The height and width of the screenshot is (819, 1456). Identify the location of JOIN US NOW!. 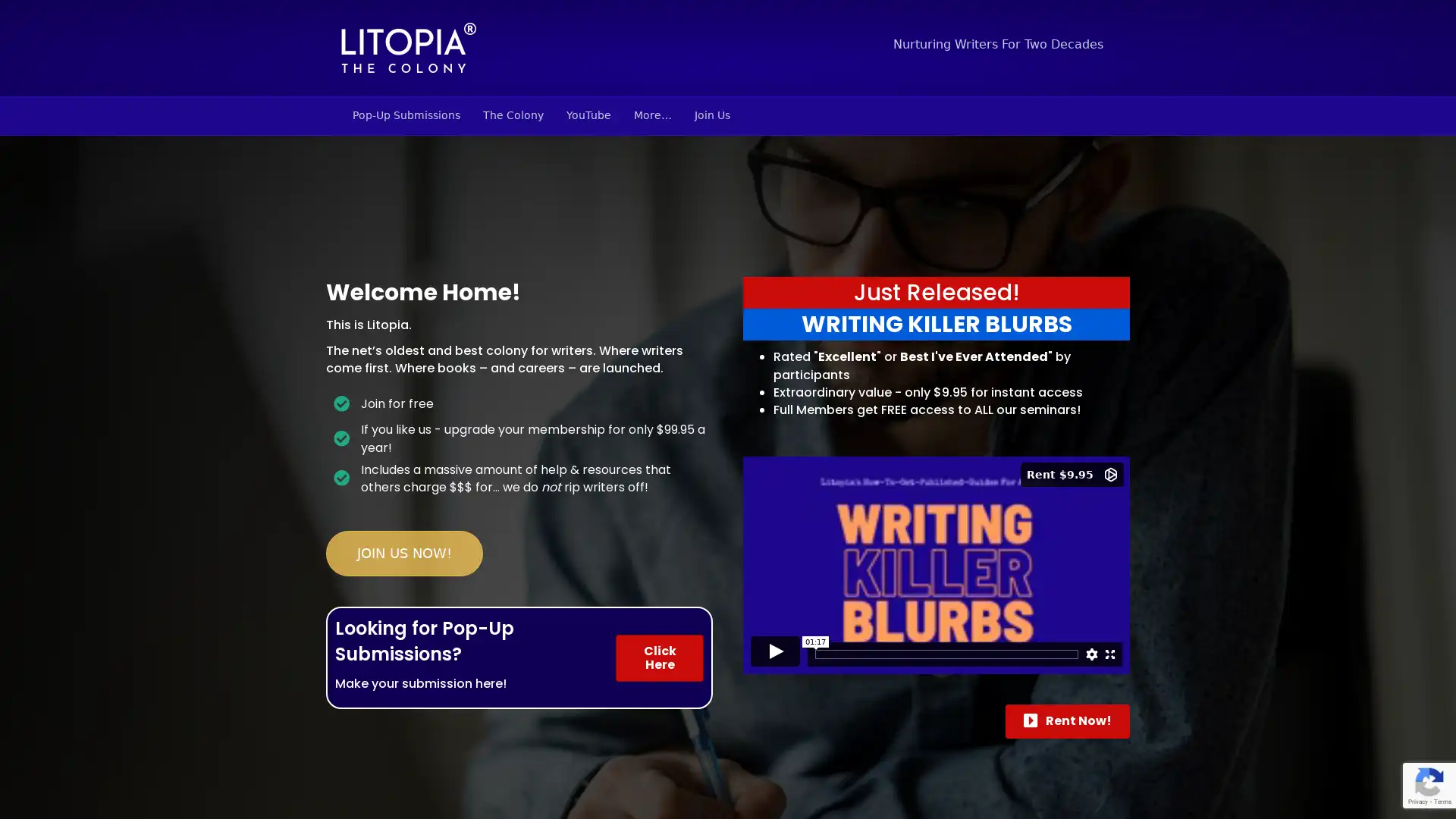
(404, 553).